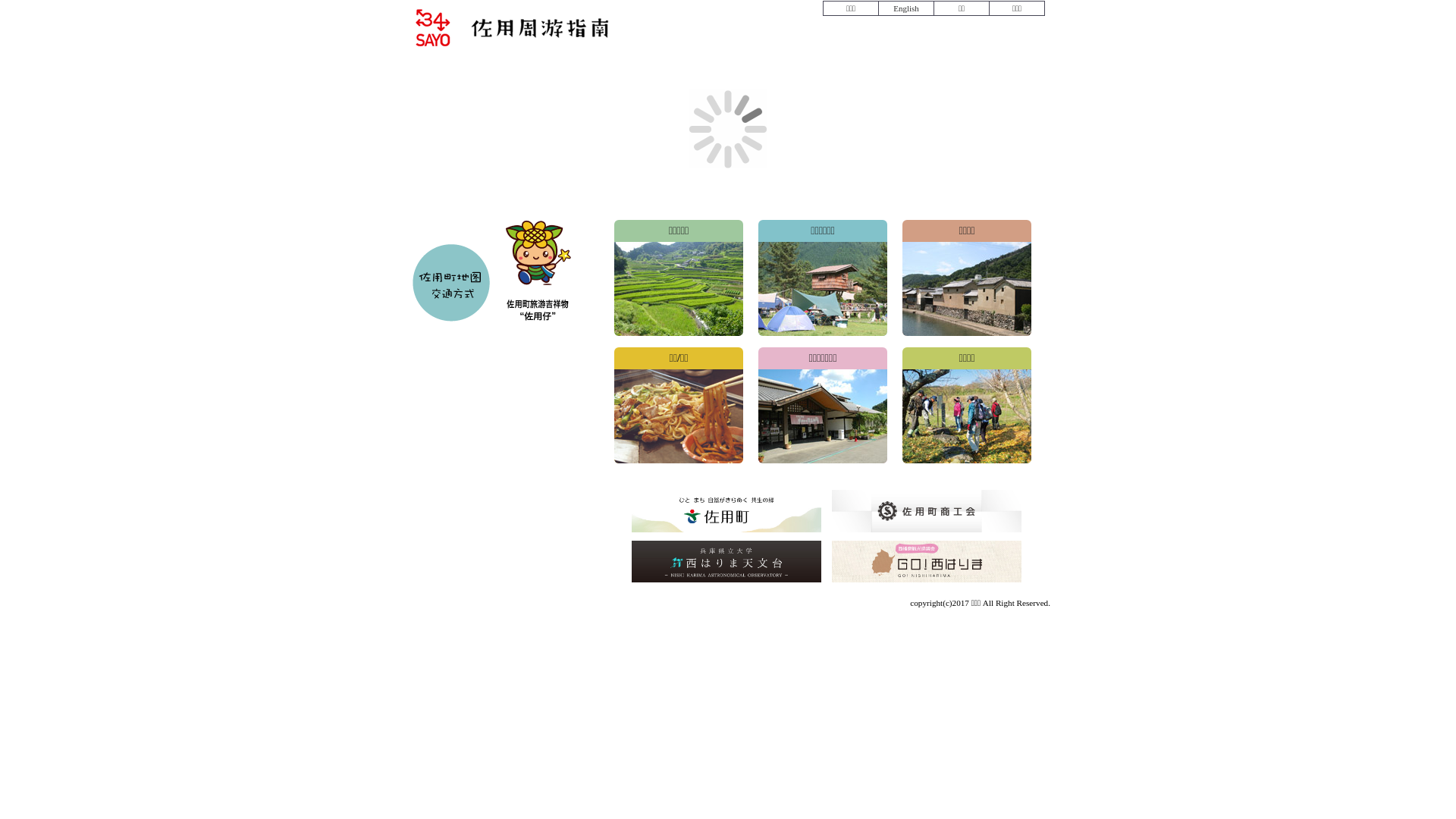  What do you see at coordinates (905, 8) in the screenshot?
I see `'English'` at bounding box center [905, 8].